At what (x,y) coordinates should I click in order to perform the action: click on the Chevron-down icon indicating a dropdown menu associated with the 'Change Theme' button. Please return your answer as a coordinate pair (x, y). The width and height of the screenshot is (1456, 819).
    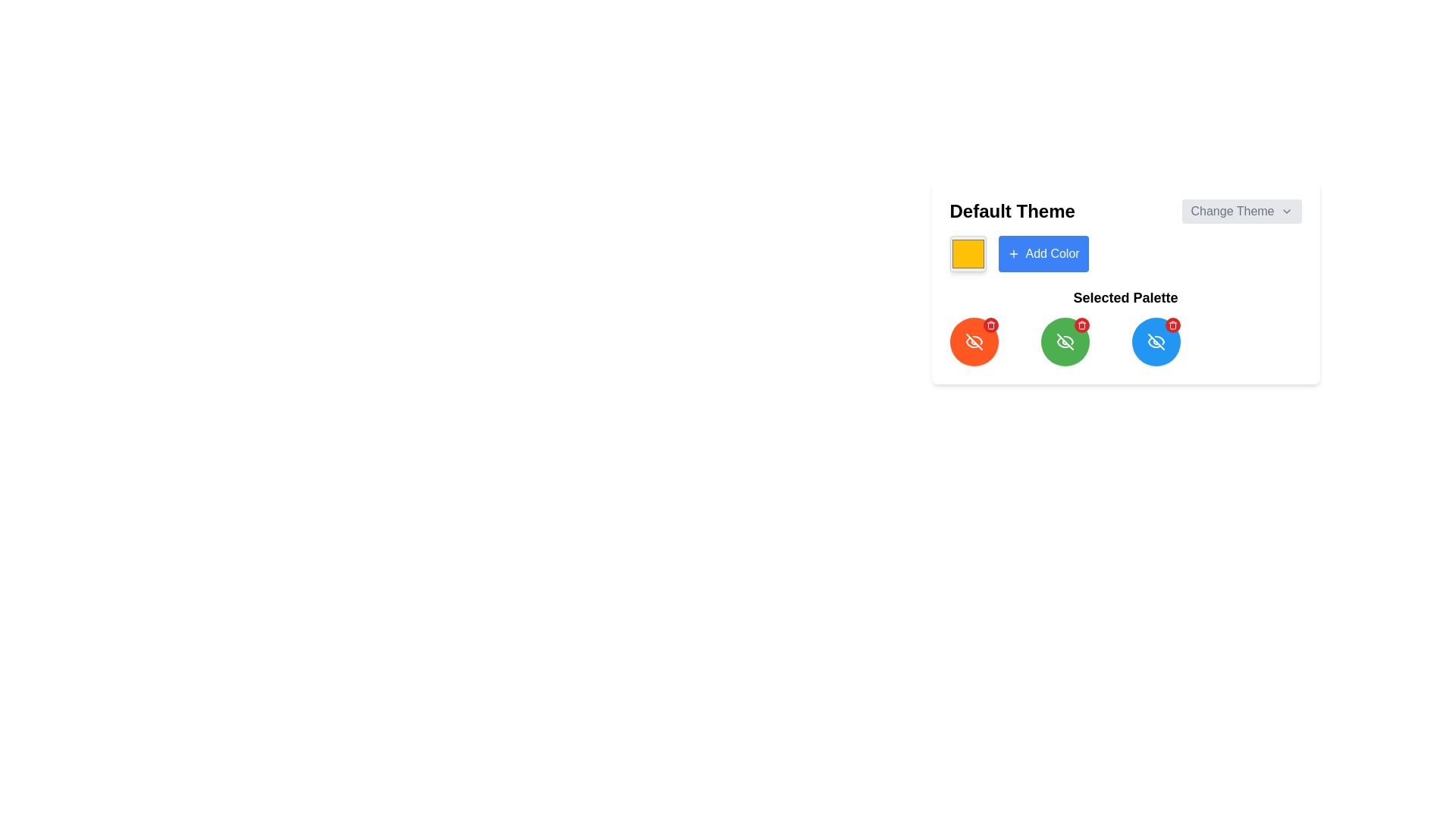
    Looking at the image, I should click on (1285, 211).